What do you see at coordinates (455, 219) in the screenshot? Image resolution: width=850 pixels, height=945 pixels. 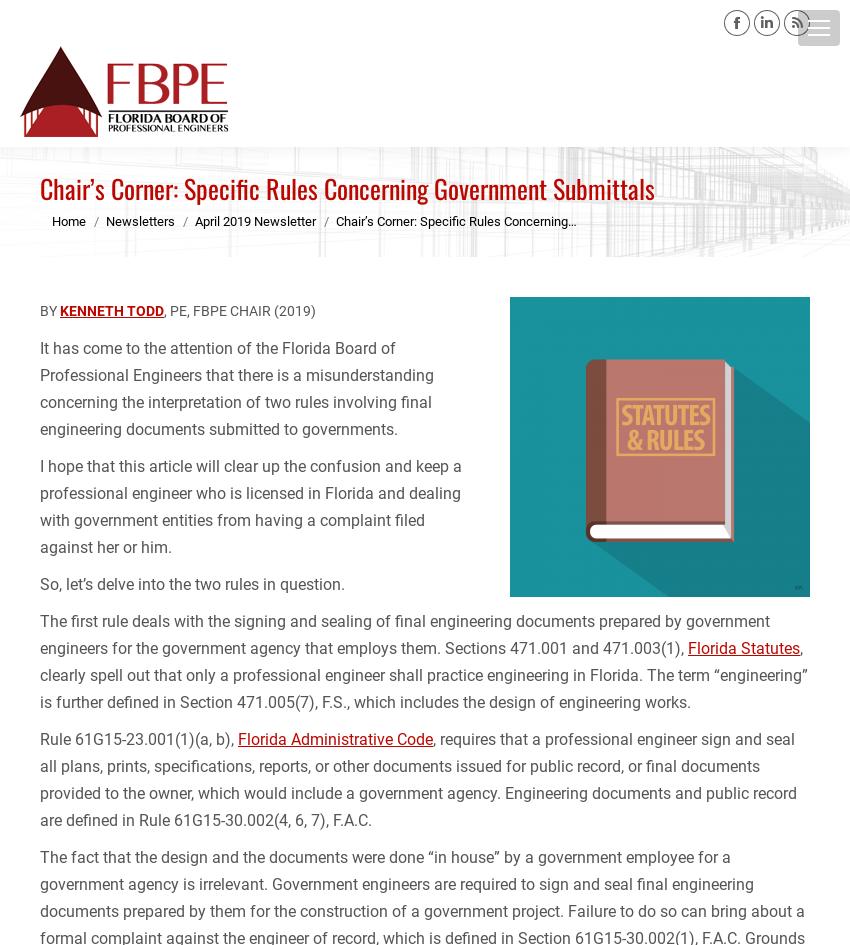 I see `'Chair’s Corner: Specific Rules Concerning…'` at bounding box center [455, 219].